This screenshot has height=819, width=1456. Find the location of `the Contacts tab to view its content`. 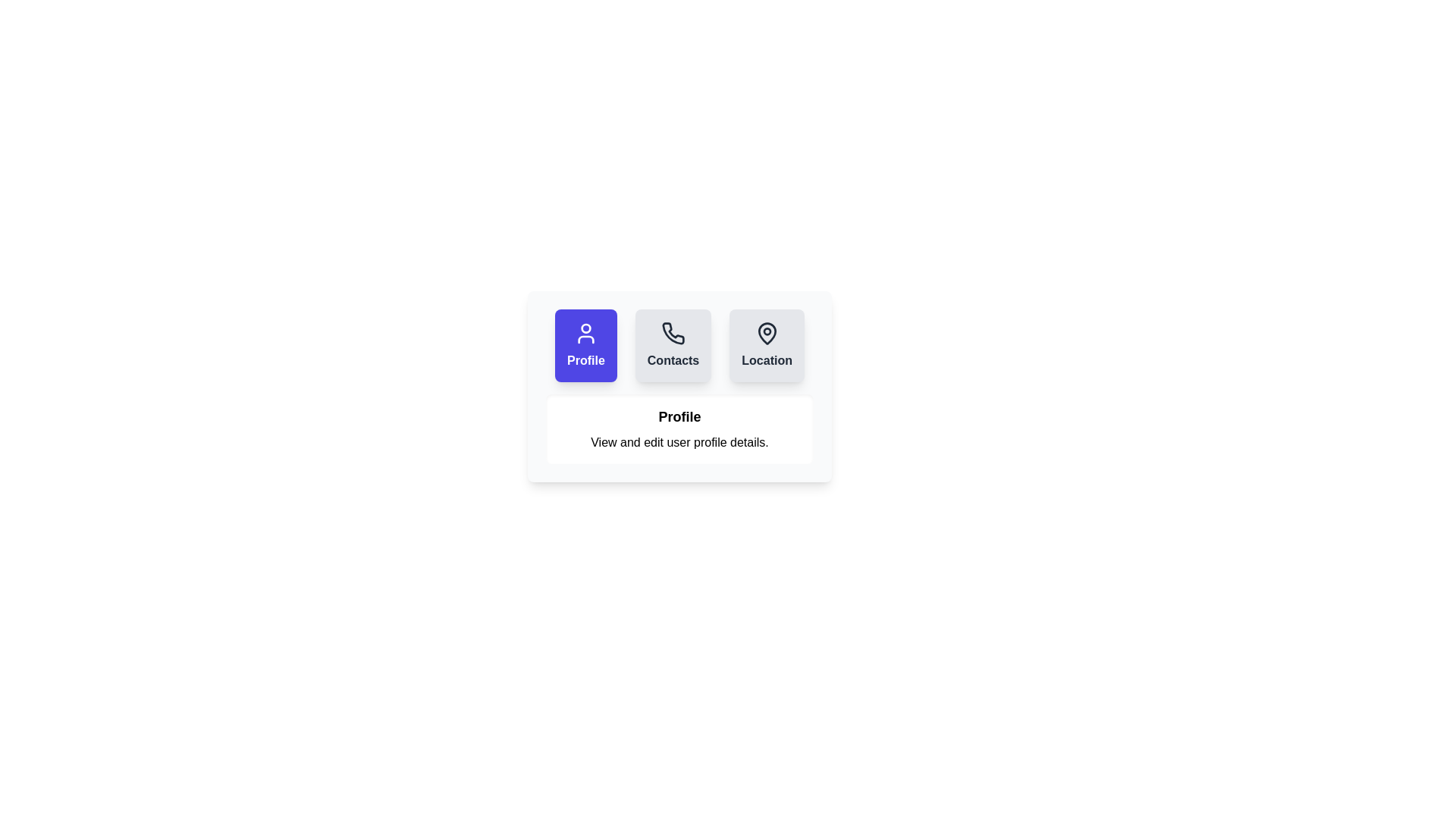

the Contacts tab to view its content is located at coordinates (673, 345).